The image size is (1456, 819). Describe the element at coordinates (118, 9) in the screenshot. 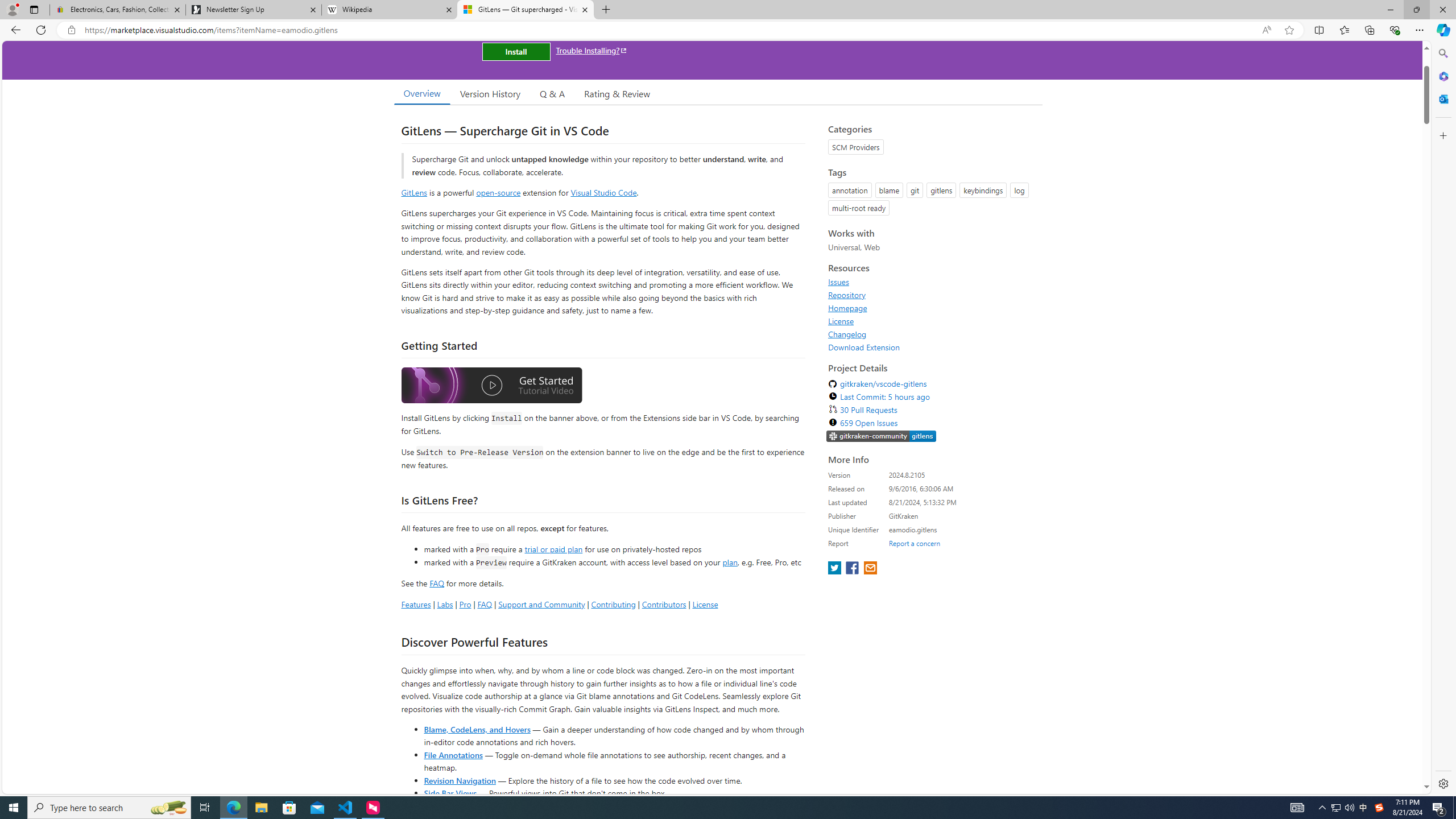

I see `'Electronics, Cars, Fashion, Collectibles & More | eBay'` at that location.